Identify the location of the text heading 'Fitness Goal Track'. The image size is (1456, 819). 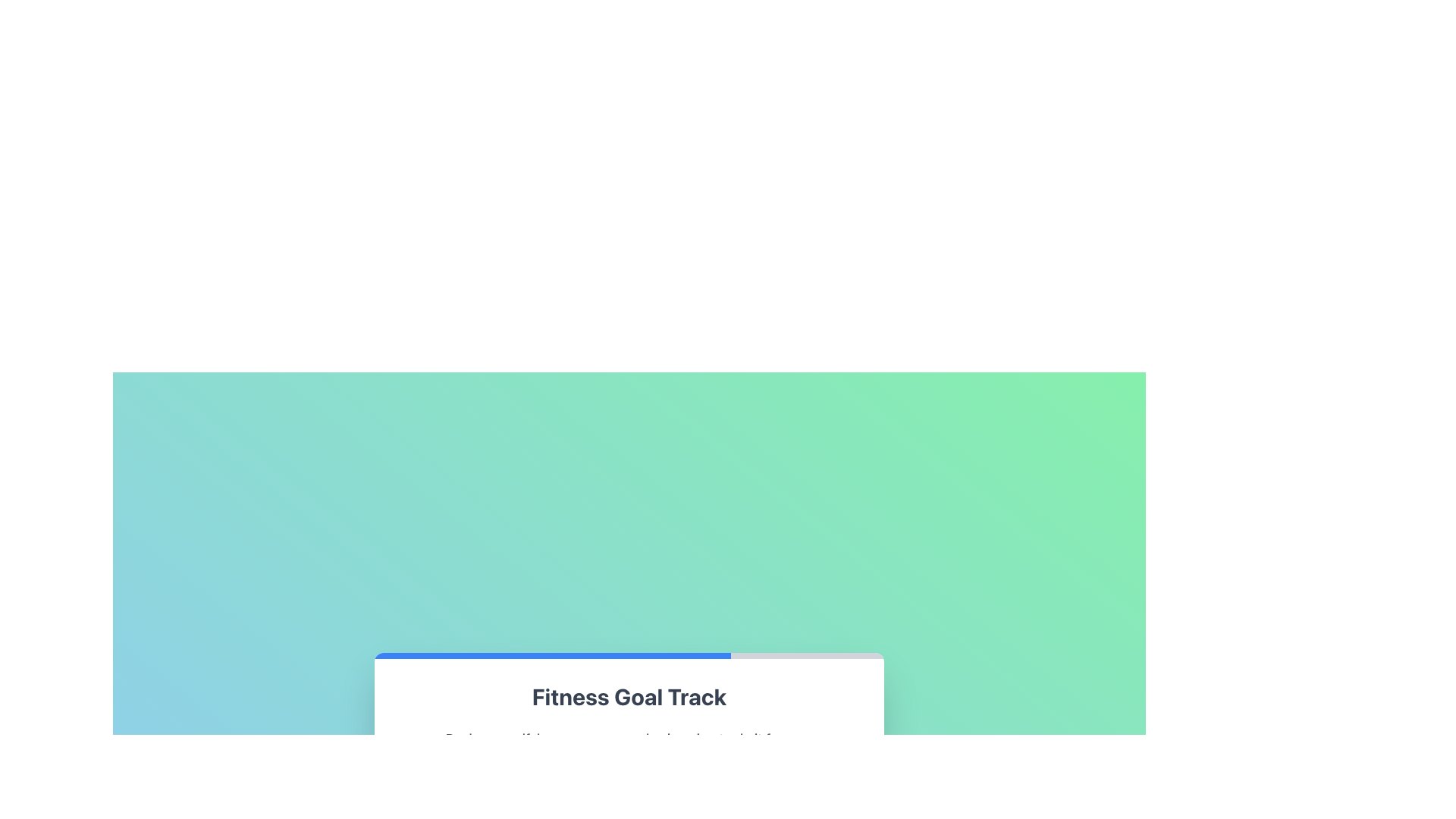
(629, 696).